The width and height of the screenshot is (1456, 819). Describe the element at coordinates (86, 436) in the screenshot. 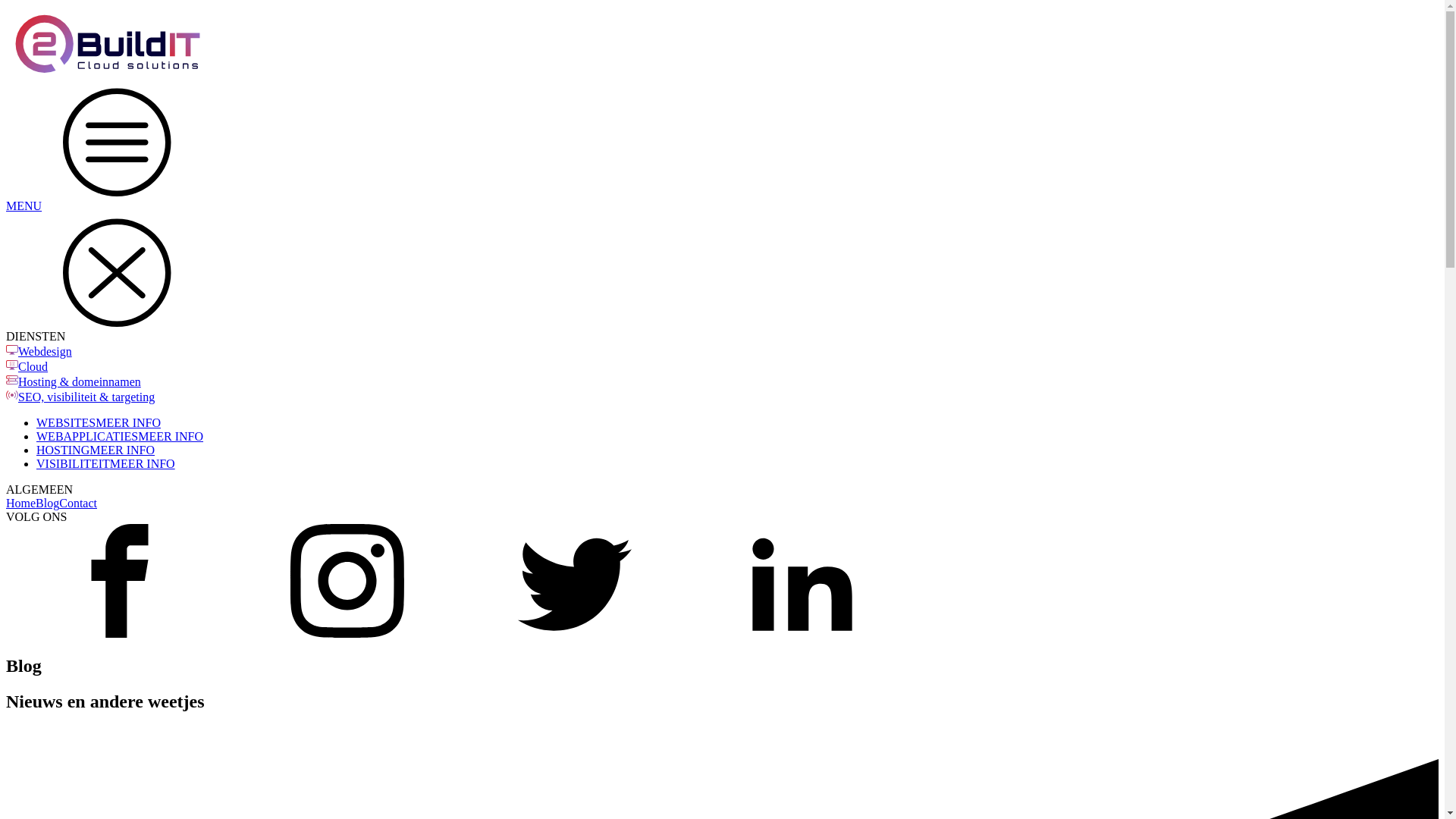

I see `'WEBAPPLICATIES'` at that location.